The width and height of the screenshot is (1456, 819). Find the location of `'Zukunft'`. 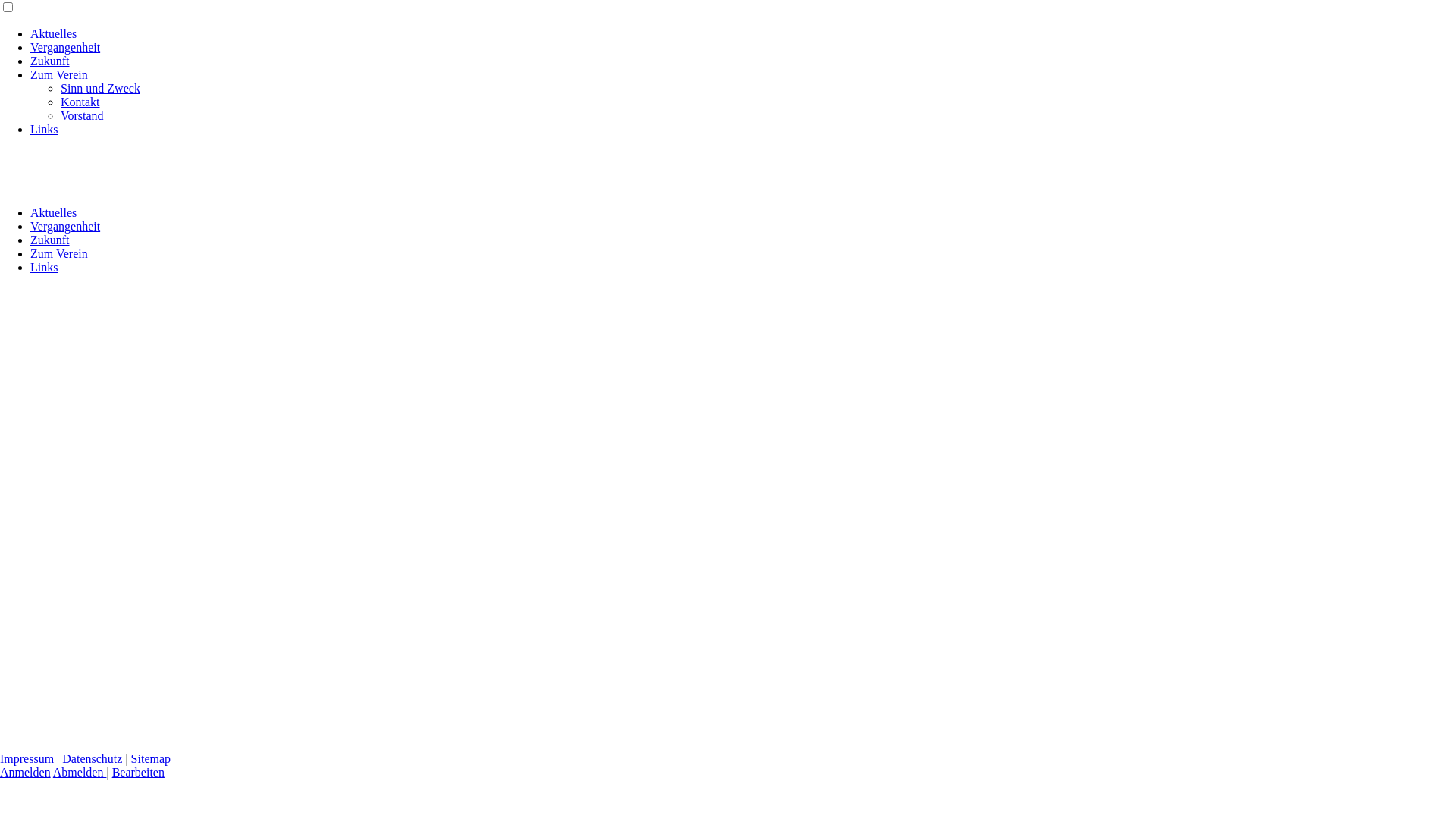

'Zukunft' is located at coordinates (50, 239).